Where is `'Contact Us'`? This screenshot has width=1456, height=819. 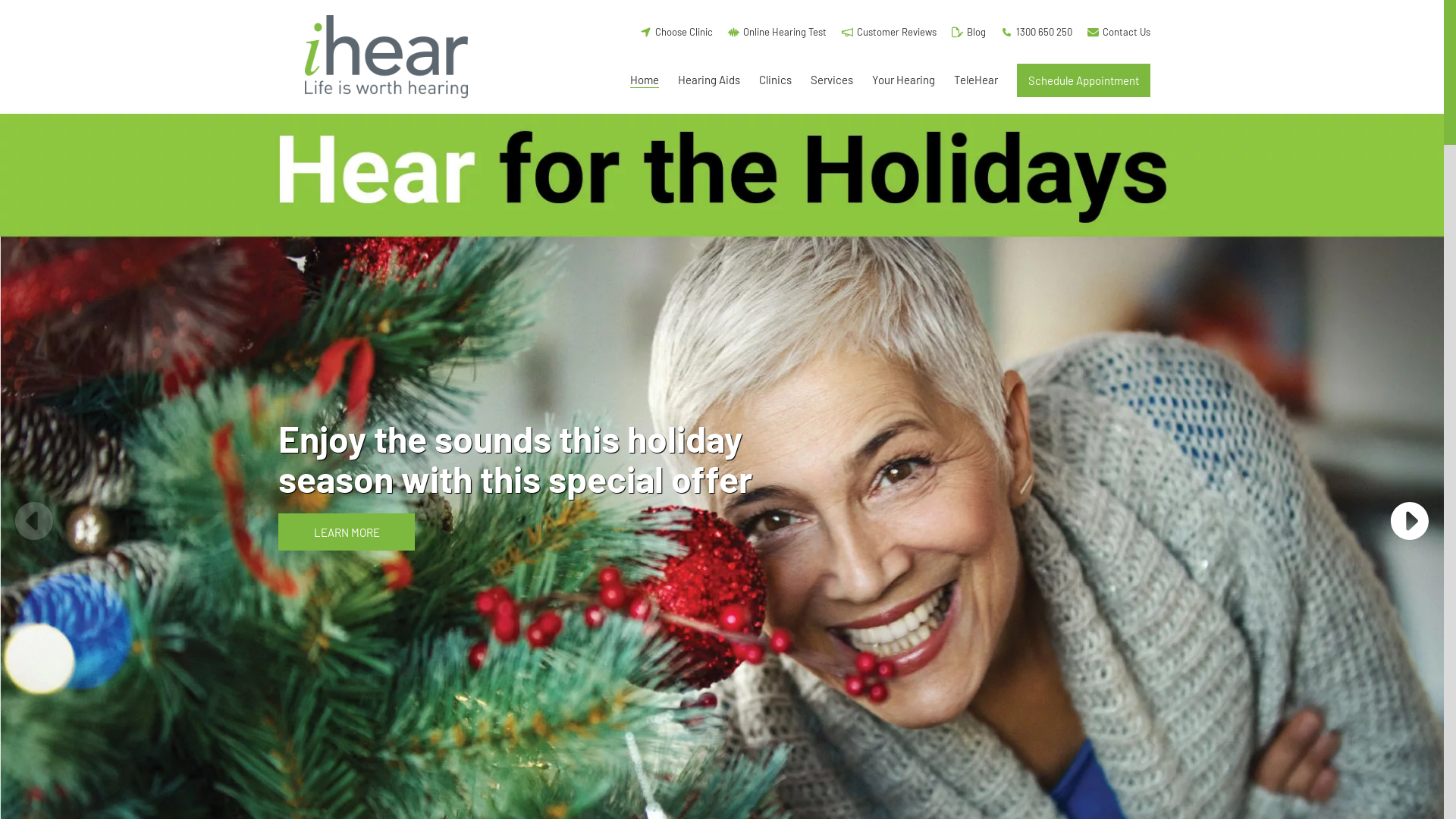
'Contact Us' is located at coordinates (1119, 31).